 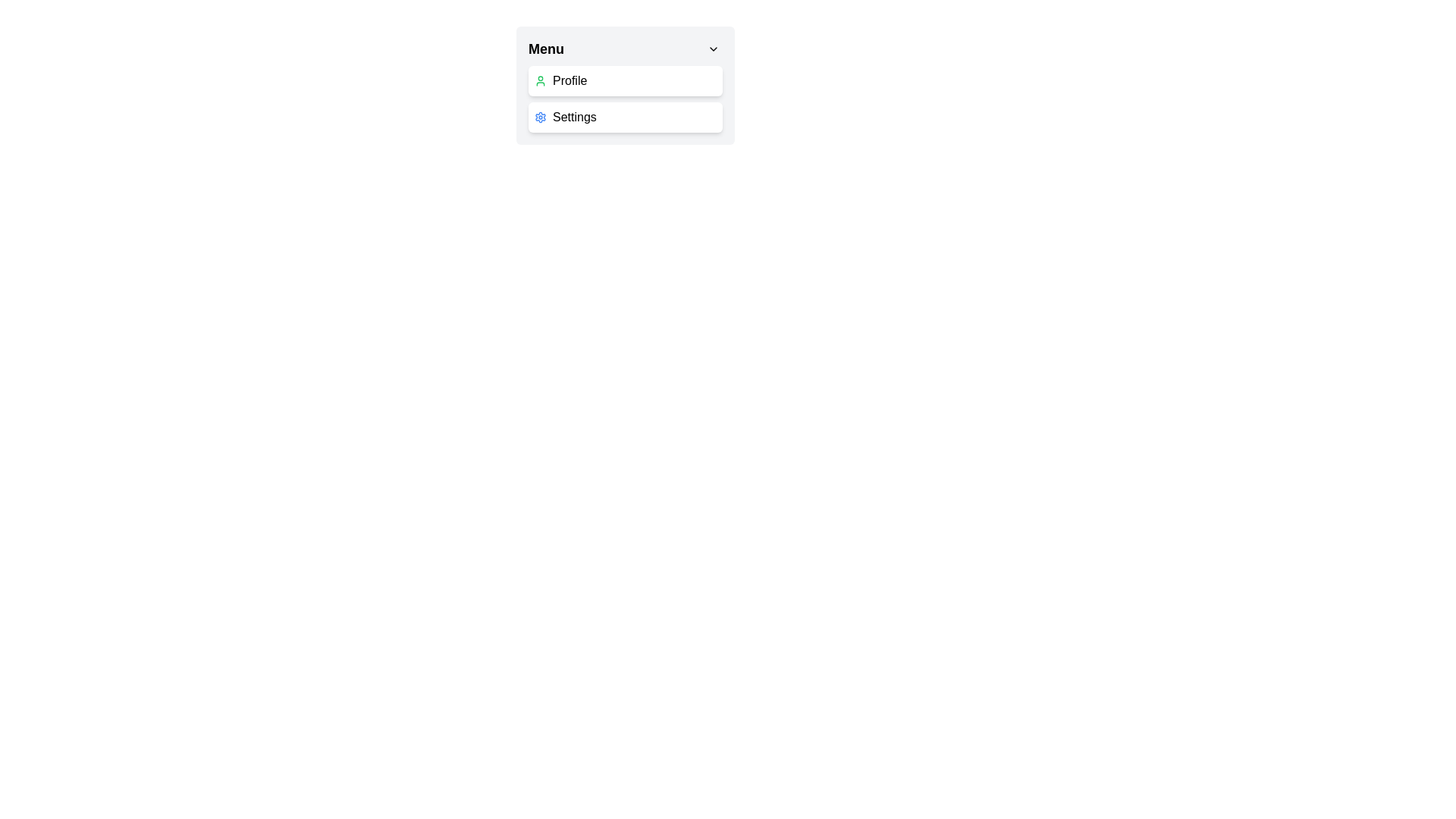 What do you see at coordinates (573, 116) in the screenshot?
I see `the 'Settings' text label in the dropdown menu, which is styled in a standard font and appears on a white background, located to the right of a gear-shaped icon` at bounding box center [573, 116].